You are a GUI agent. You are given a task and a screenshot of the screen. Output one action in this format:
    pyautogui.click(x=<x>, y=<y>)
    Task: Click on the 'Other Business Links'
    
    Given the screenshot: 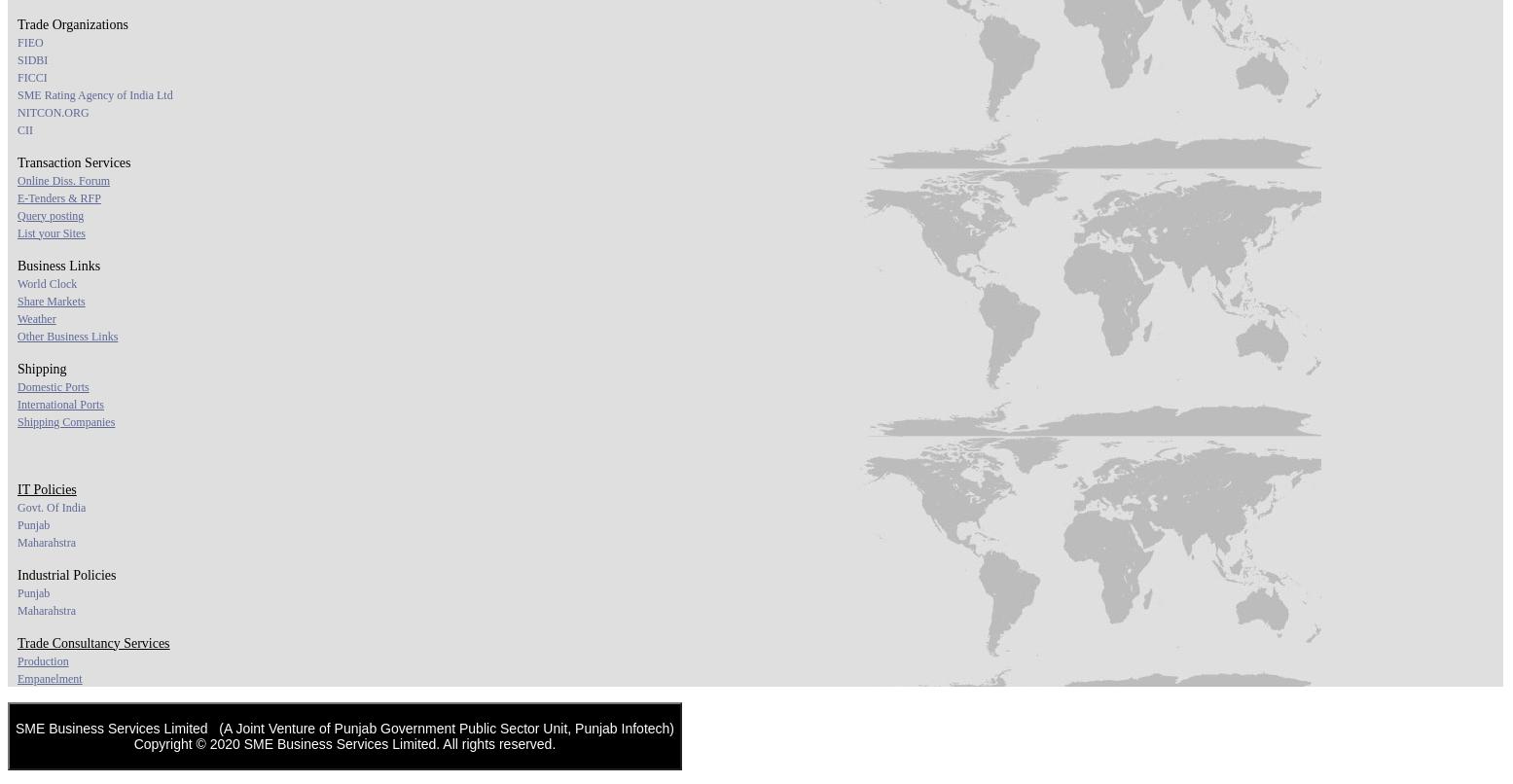 What is the action you would take?
    pyautogui.click(x=18, y=334)
    